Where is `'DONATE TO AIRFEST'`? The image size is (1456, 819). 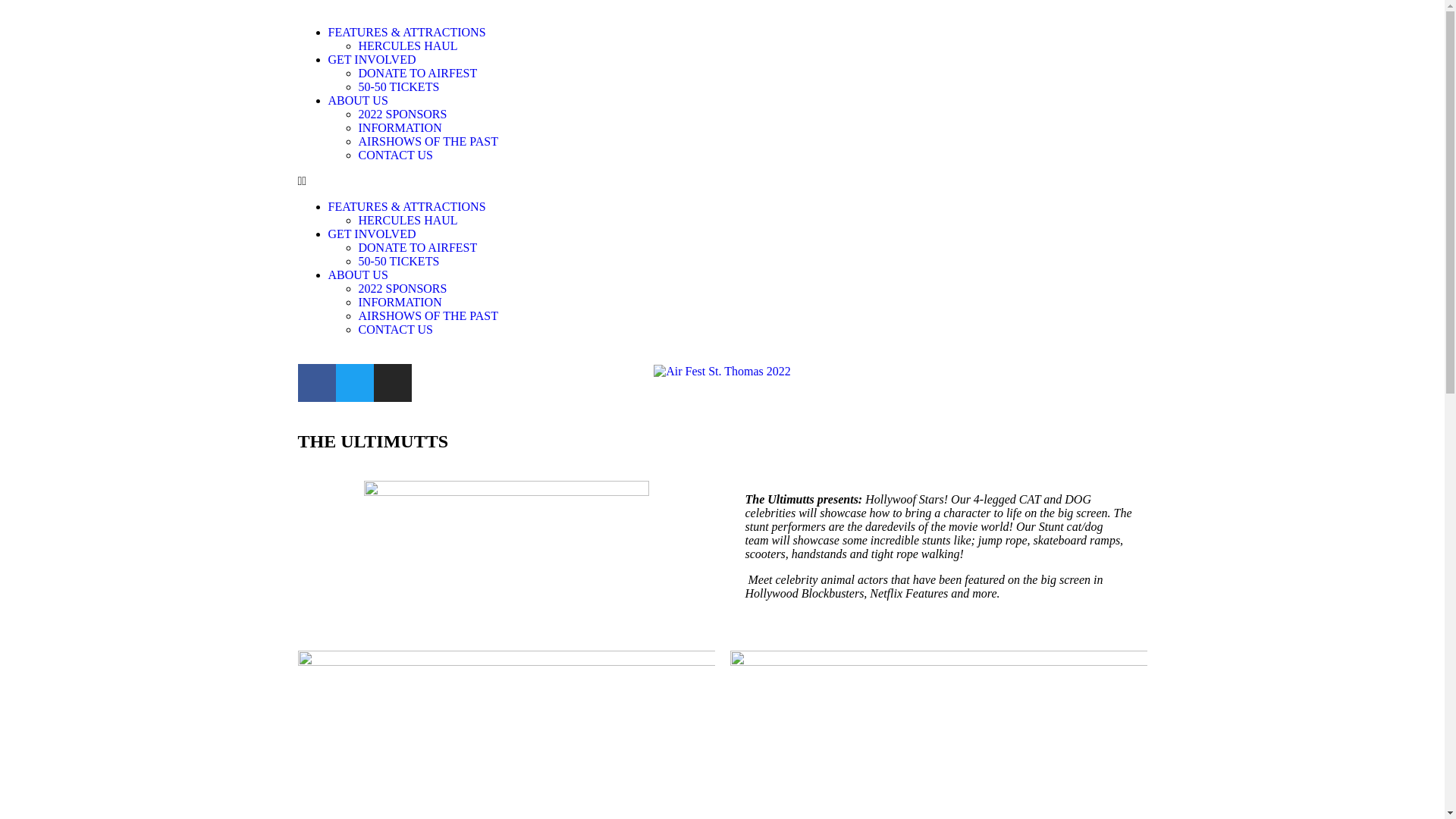
'DONATE TO AIRFEST' is located at coordinates (356, 246).